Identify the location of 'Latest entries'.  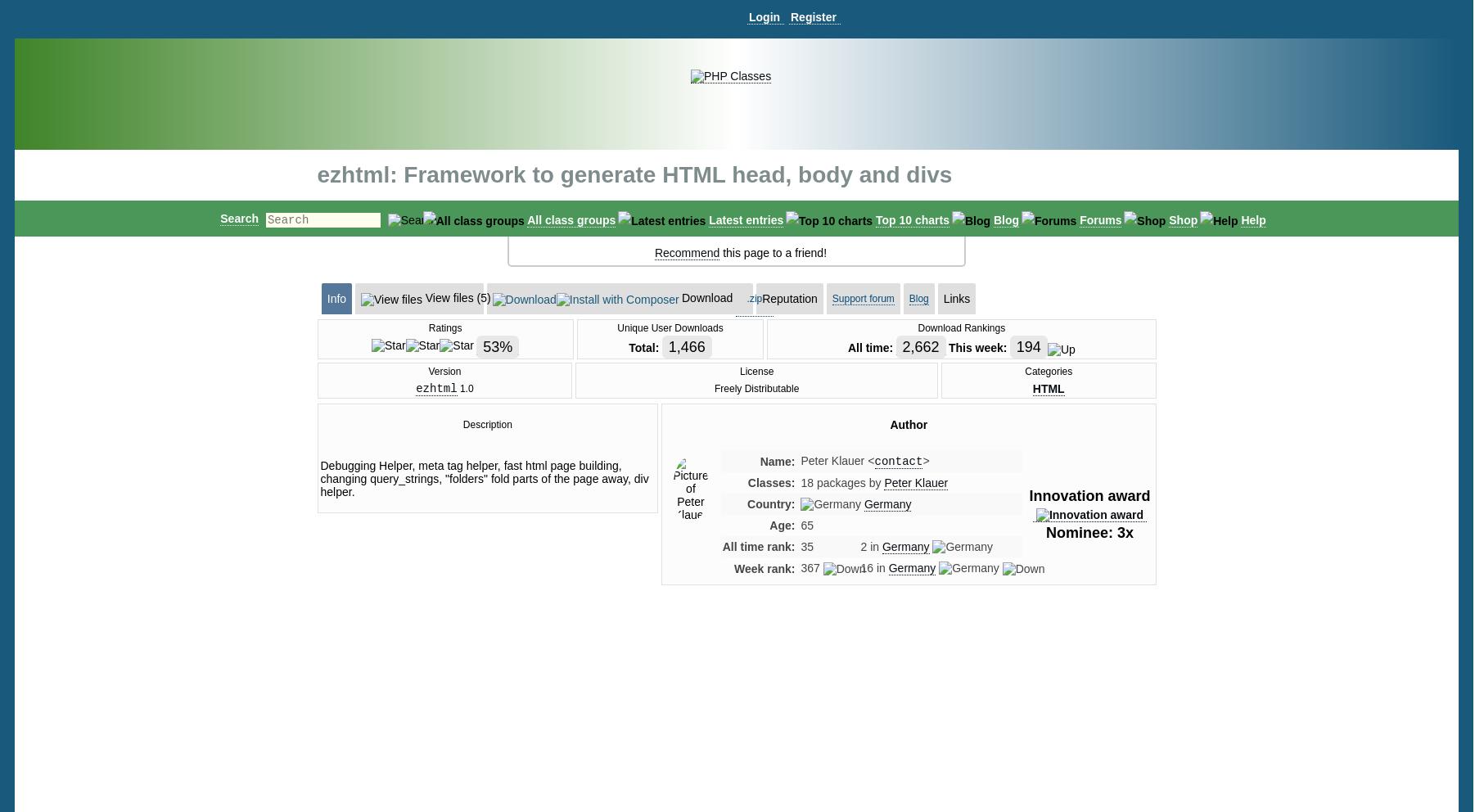
(745, 219).